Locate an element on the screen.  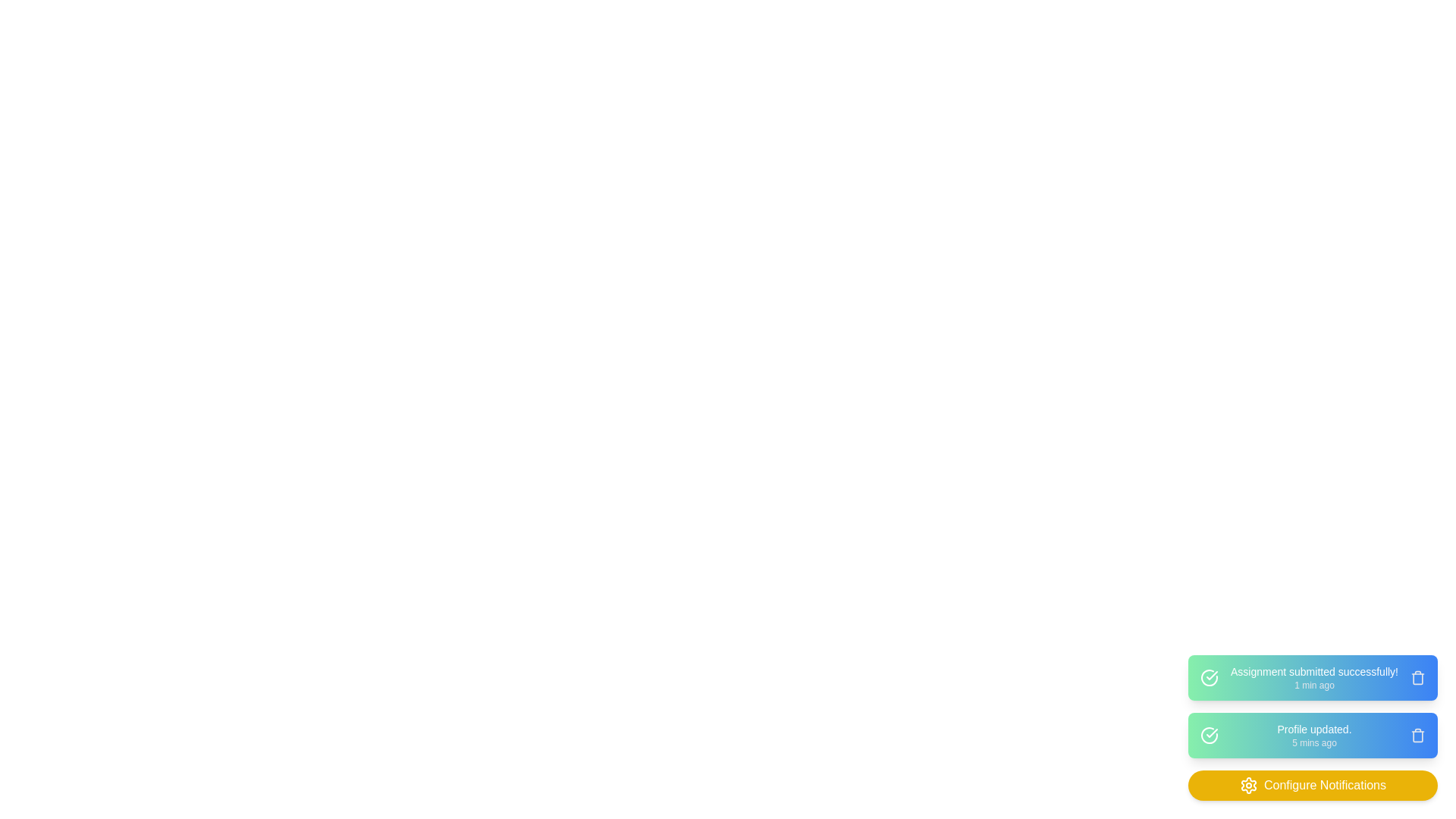
the 'Configure Notifications' button to open the notification settings is located at coordinates (1312, 785).